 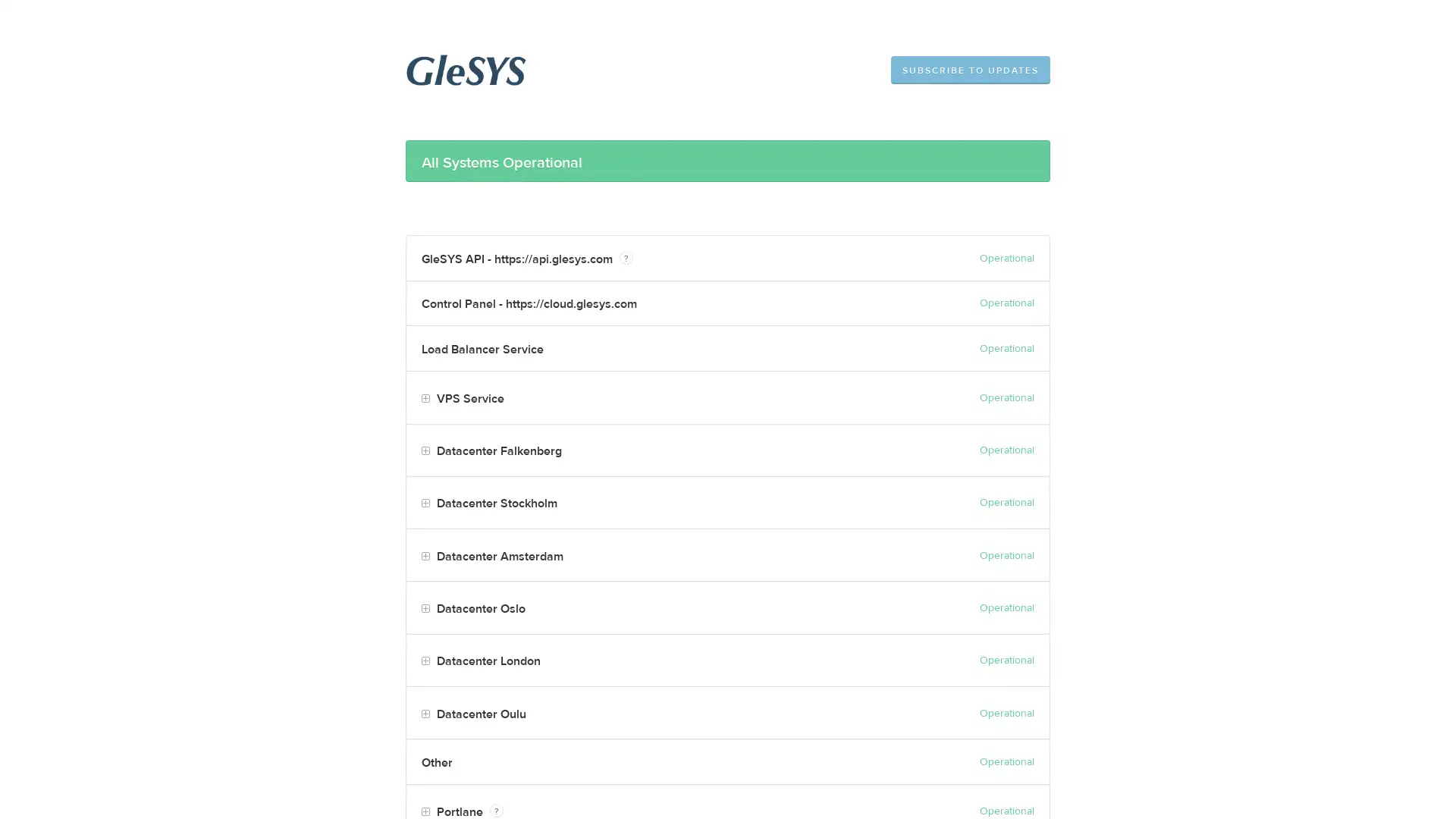 I want to click on Toggle Datacenter Falkenberg, so click(x=425, y=450).